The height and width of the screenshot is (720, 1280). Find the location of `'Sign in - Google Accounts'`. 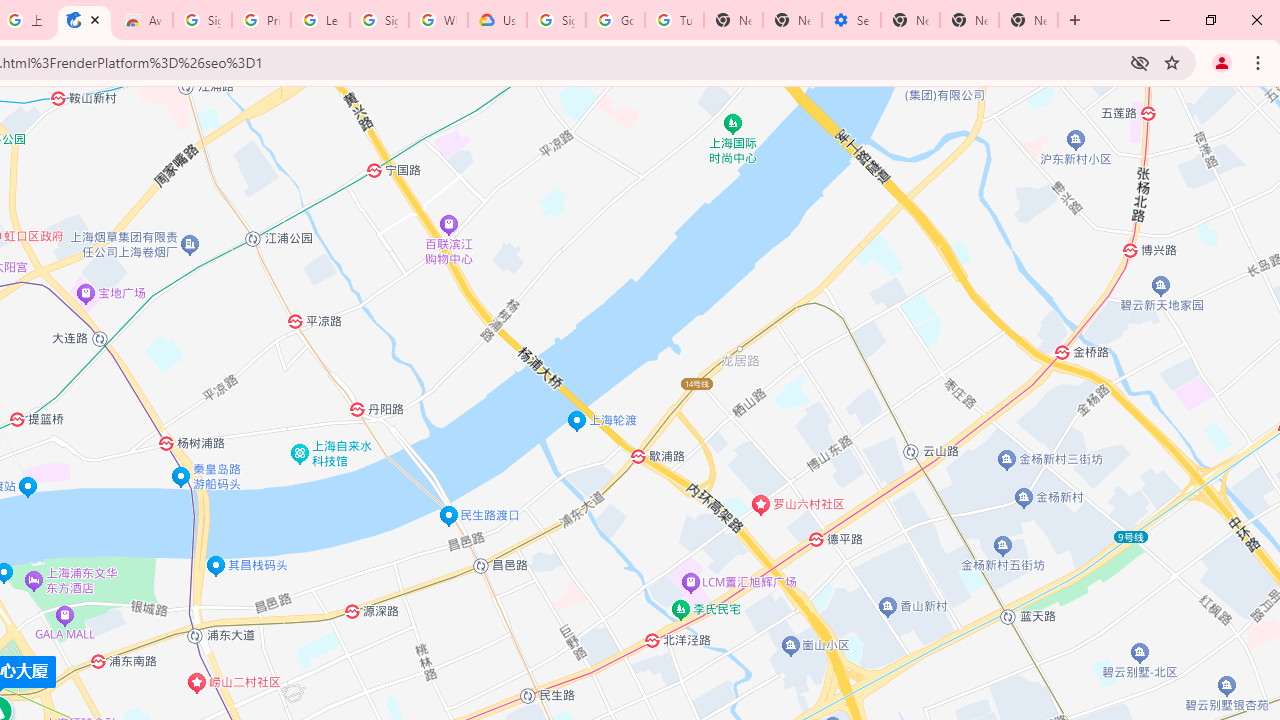

'Sign in - Google Accounts' is located at coordinates (379, 20).